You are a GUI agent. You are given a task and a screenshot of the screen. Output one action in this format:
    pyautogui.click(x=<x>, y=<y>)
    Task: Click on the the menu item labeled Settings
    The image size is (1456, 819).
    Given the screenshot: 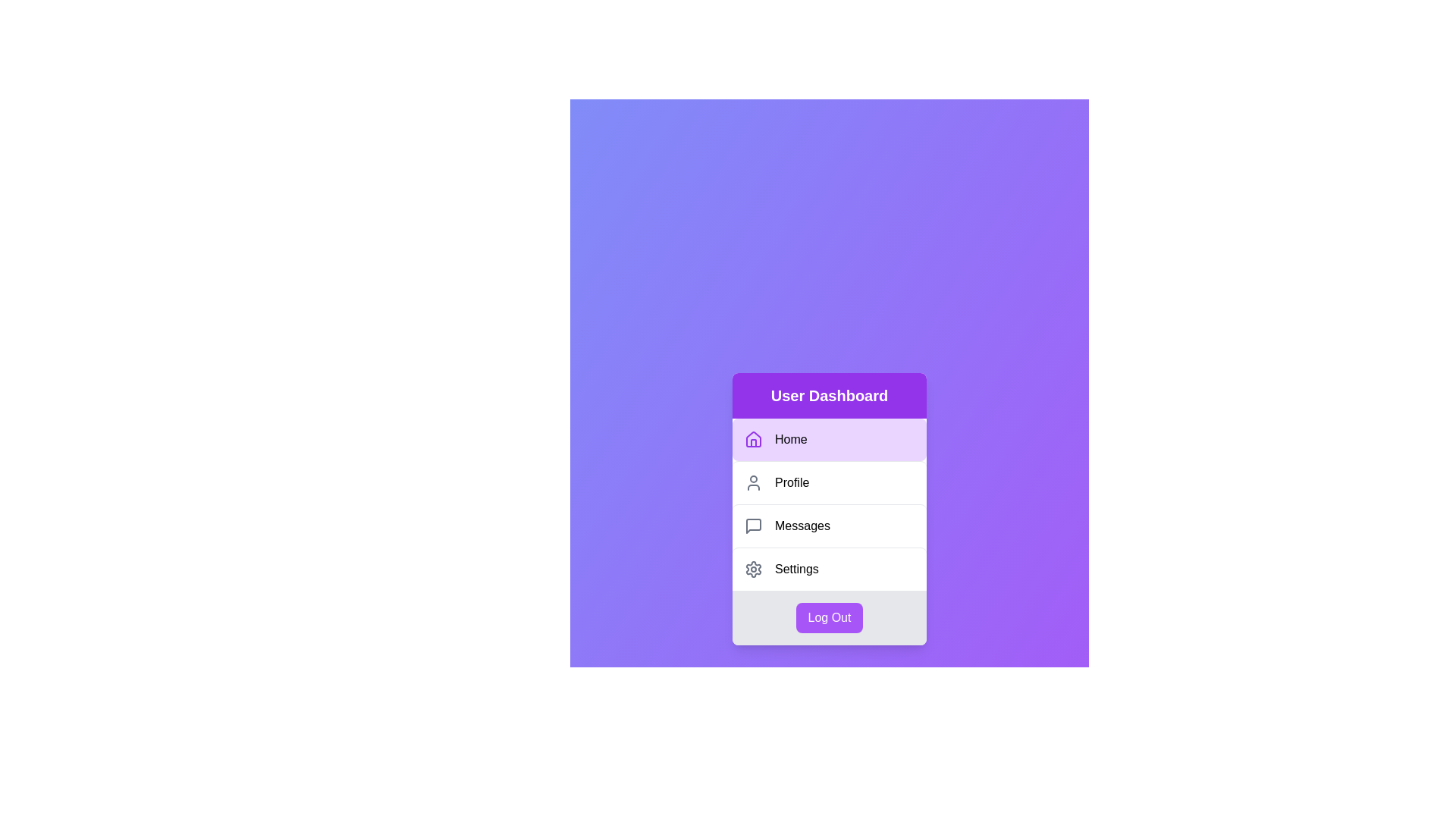 What is the action you would take?
    pyautogui.click(x=829, y=568)
    